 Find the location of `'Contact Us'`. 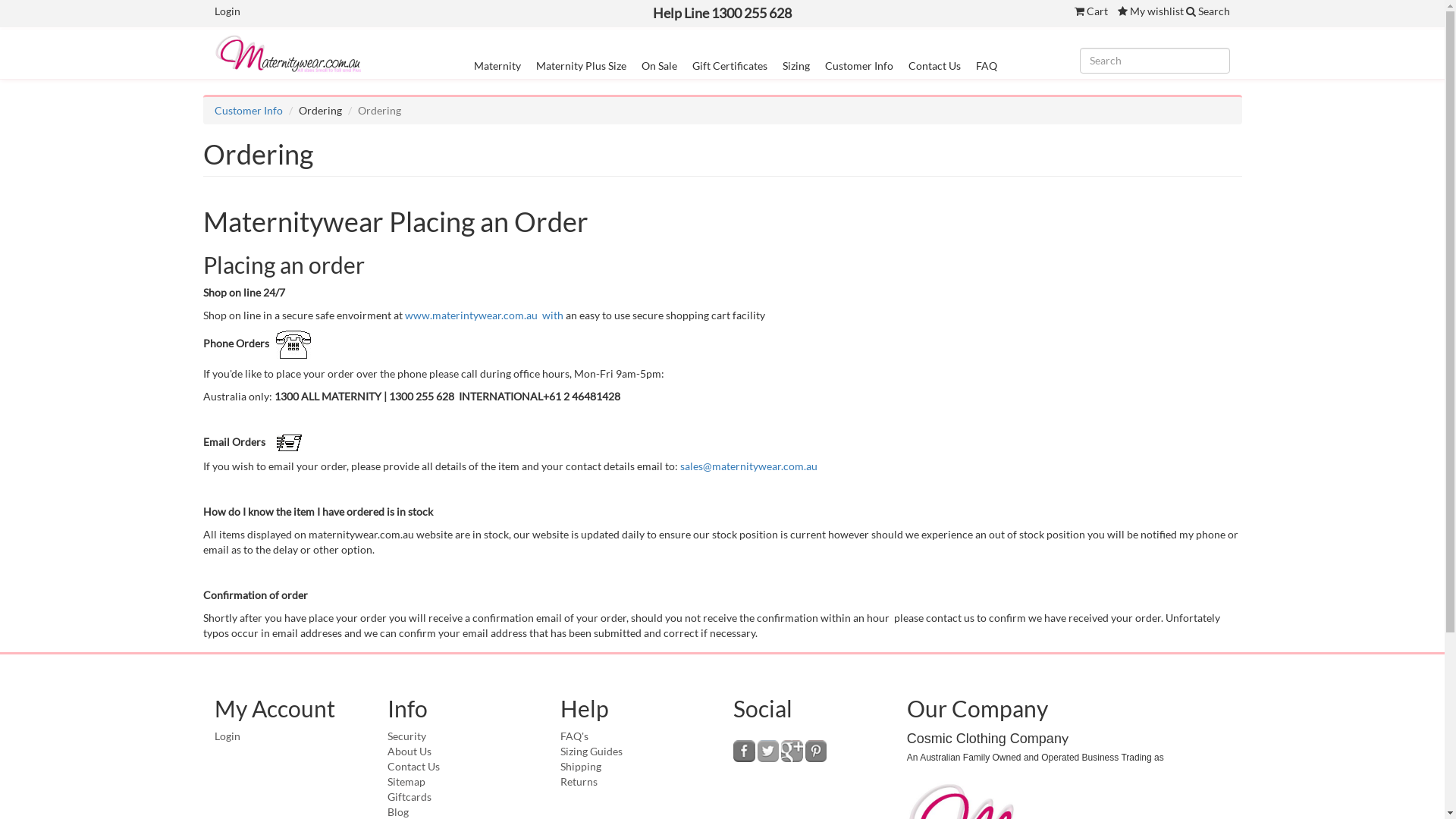

'Contact Us' is located at coordinates (908, 64).